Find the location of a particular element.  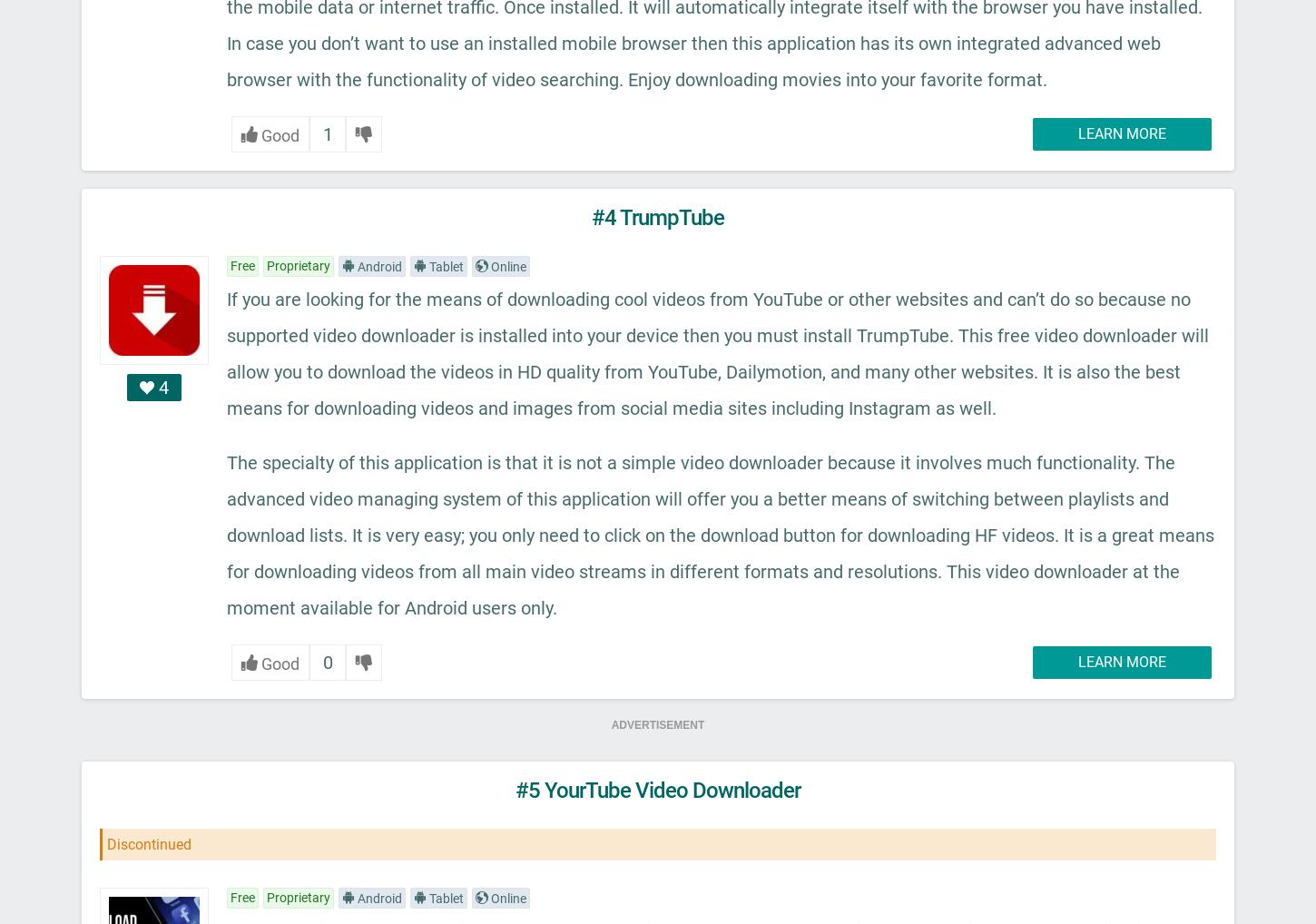

'#5 YourTube Video Downloader' is located at coordinates (515, 789).